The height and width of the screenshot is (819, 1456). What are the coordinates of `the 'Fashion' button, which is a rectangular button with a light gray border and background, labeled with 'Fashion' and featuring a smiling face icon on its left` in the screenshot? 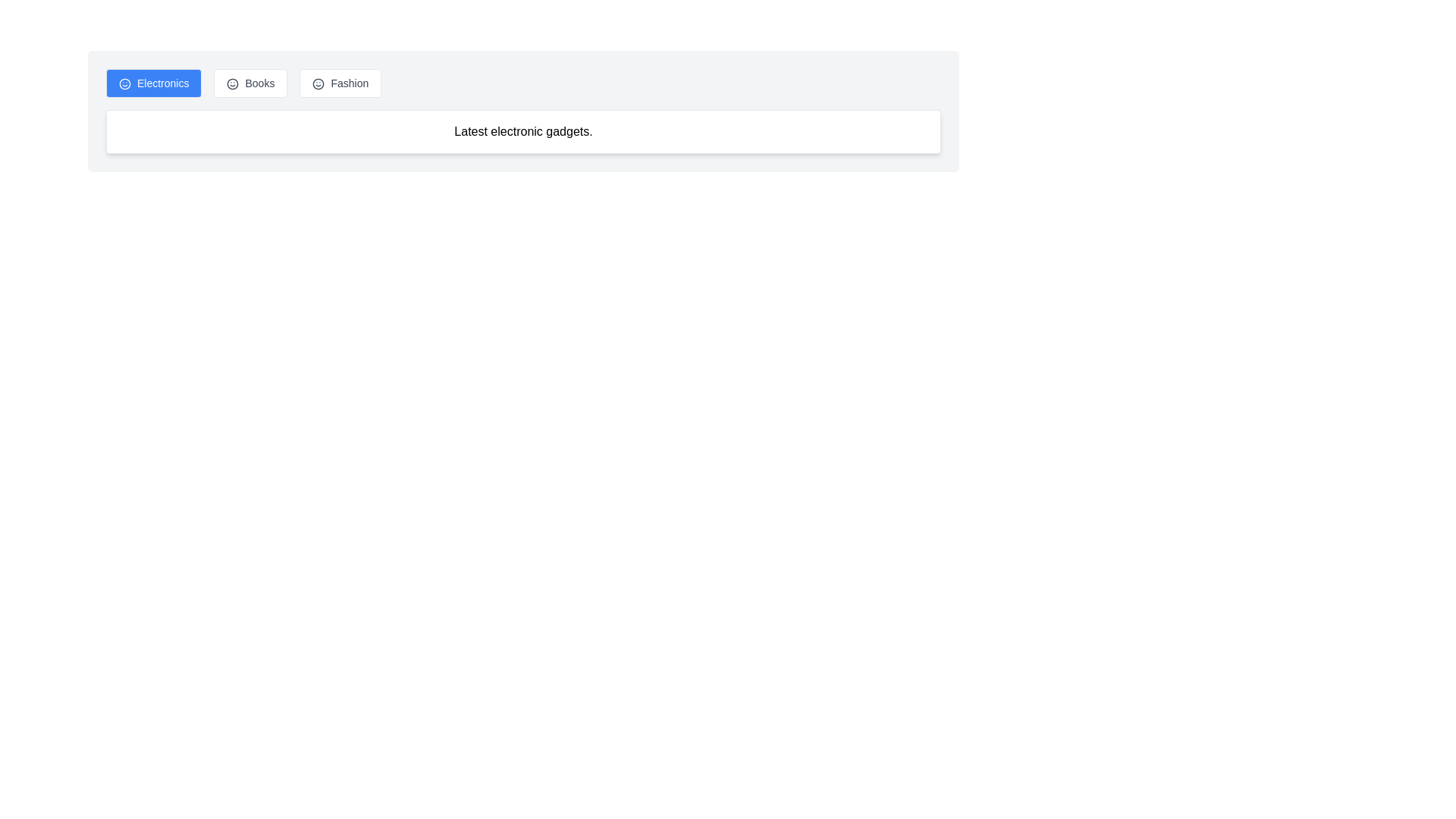 It's located at (340, 83).